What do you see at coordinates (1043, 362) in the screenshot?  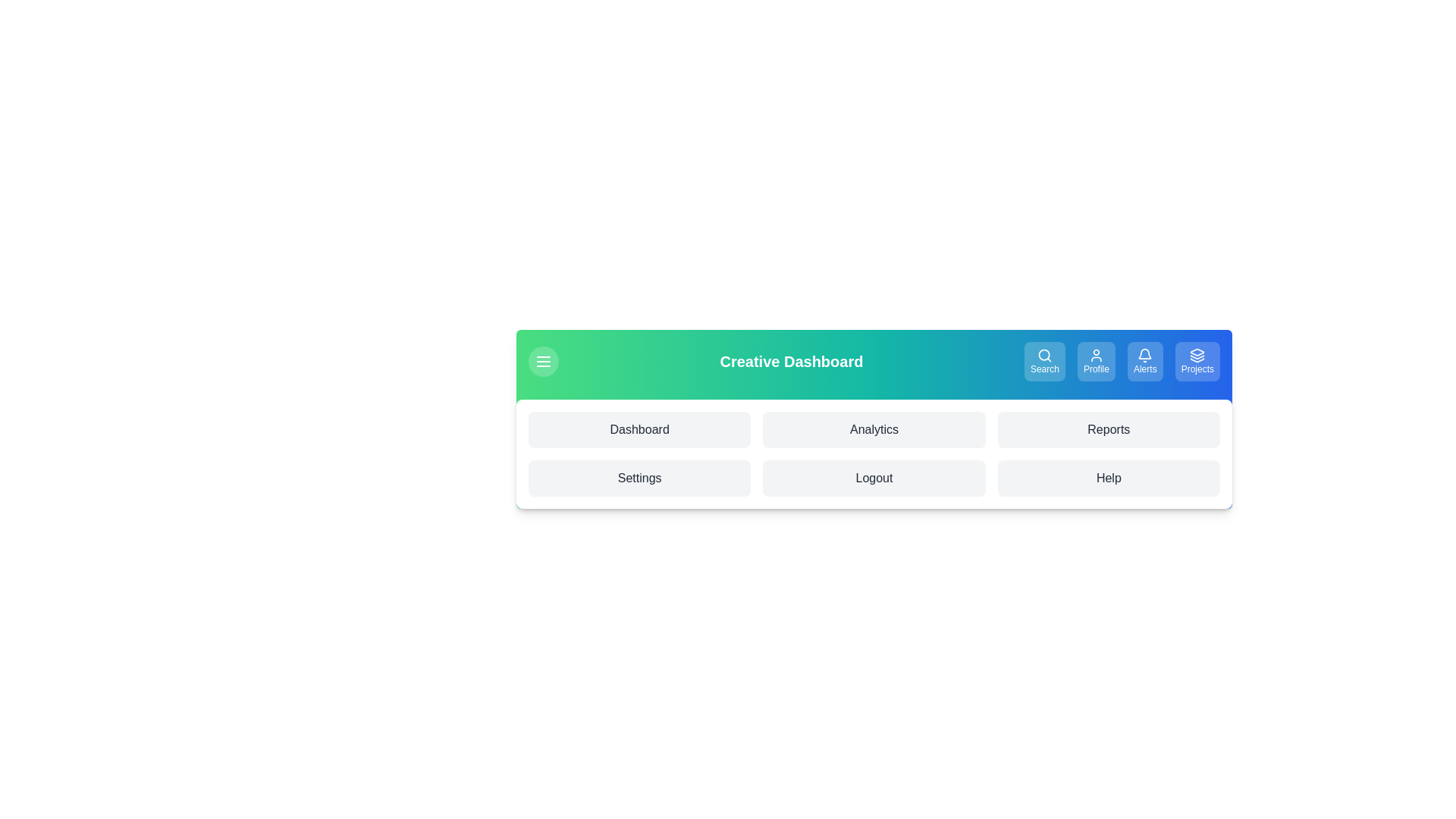 I see `the 'Search' button to initiate a search` at bounding box center [1043, 362].